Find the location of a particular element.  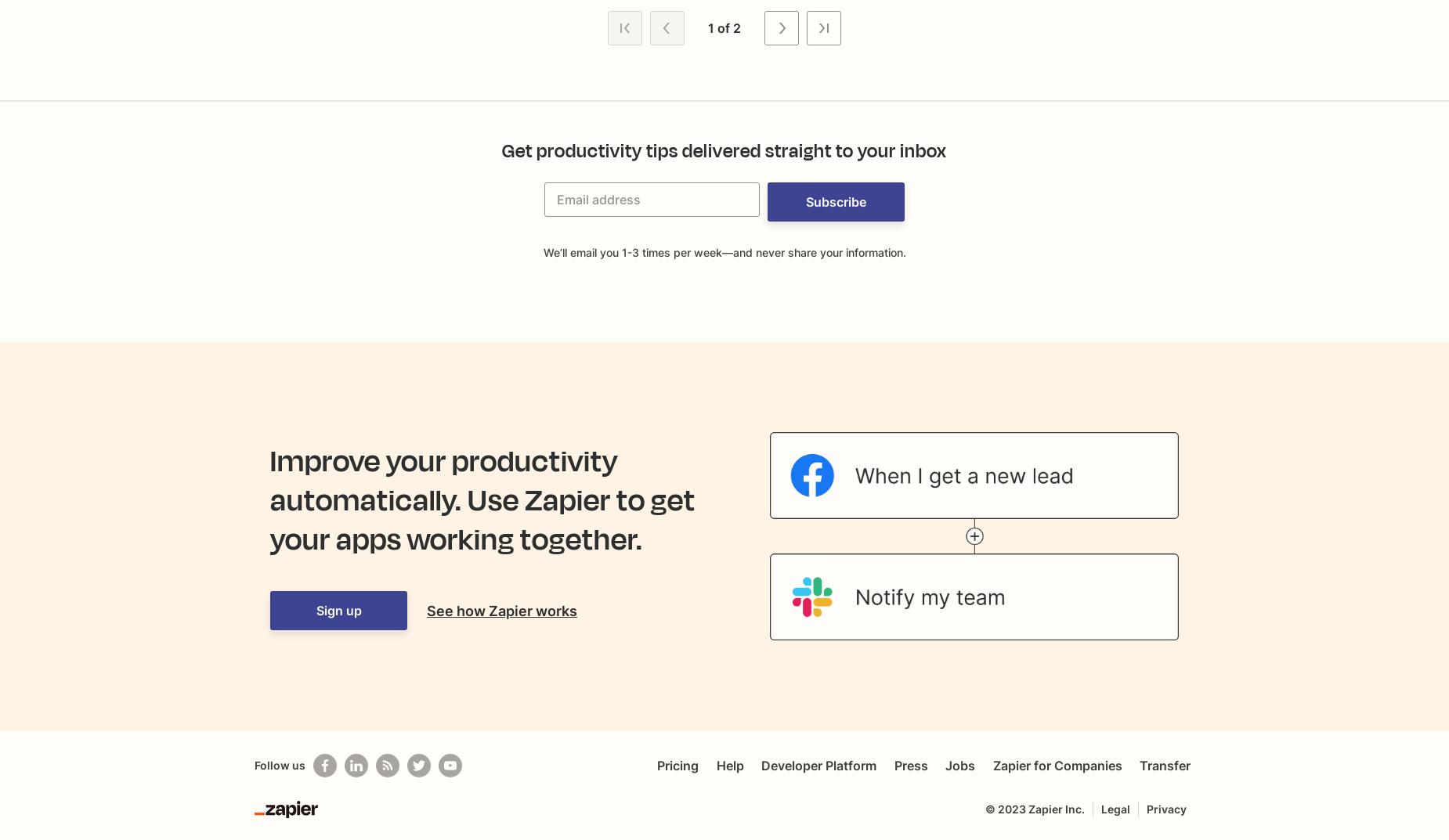

'Get productivity tips delivered straight to your inbox' is located at coordinates (724, 151).